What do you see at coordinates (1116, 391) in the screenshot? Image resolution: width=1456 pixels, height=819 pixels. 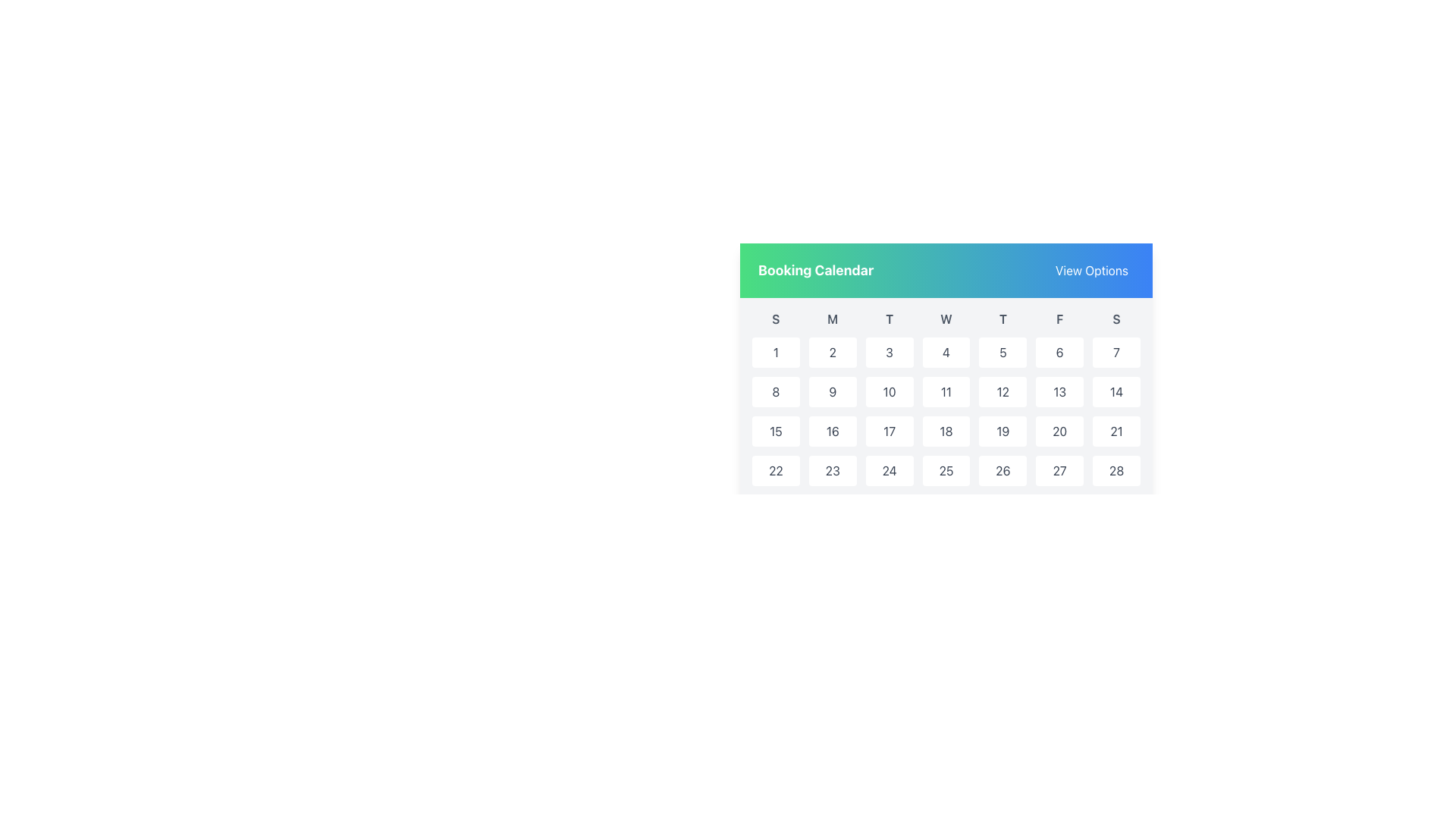 I see `the text label displaying the number '14' in the calendar, which allows users to select a date` at bounding box center [1116, 391].